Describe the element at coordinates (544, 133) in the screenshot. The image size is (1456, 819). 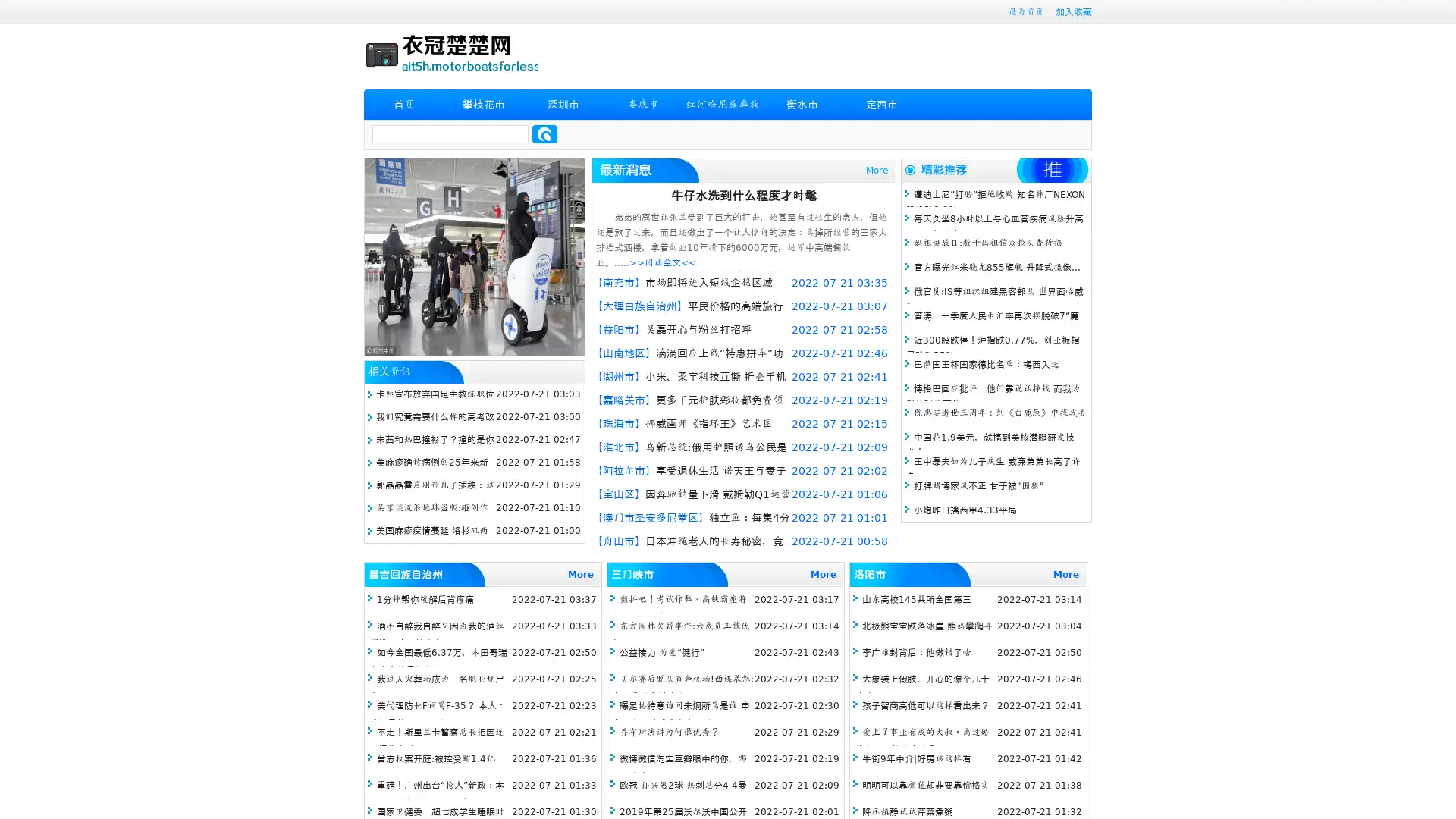
I see `Search` at that location.